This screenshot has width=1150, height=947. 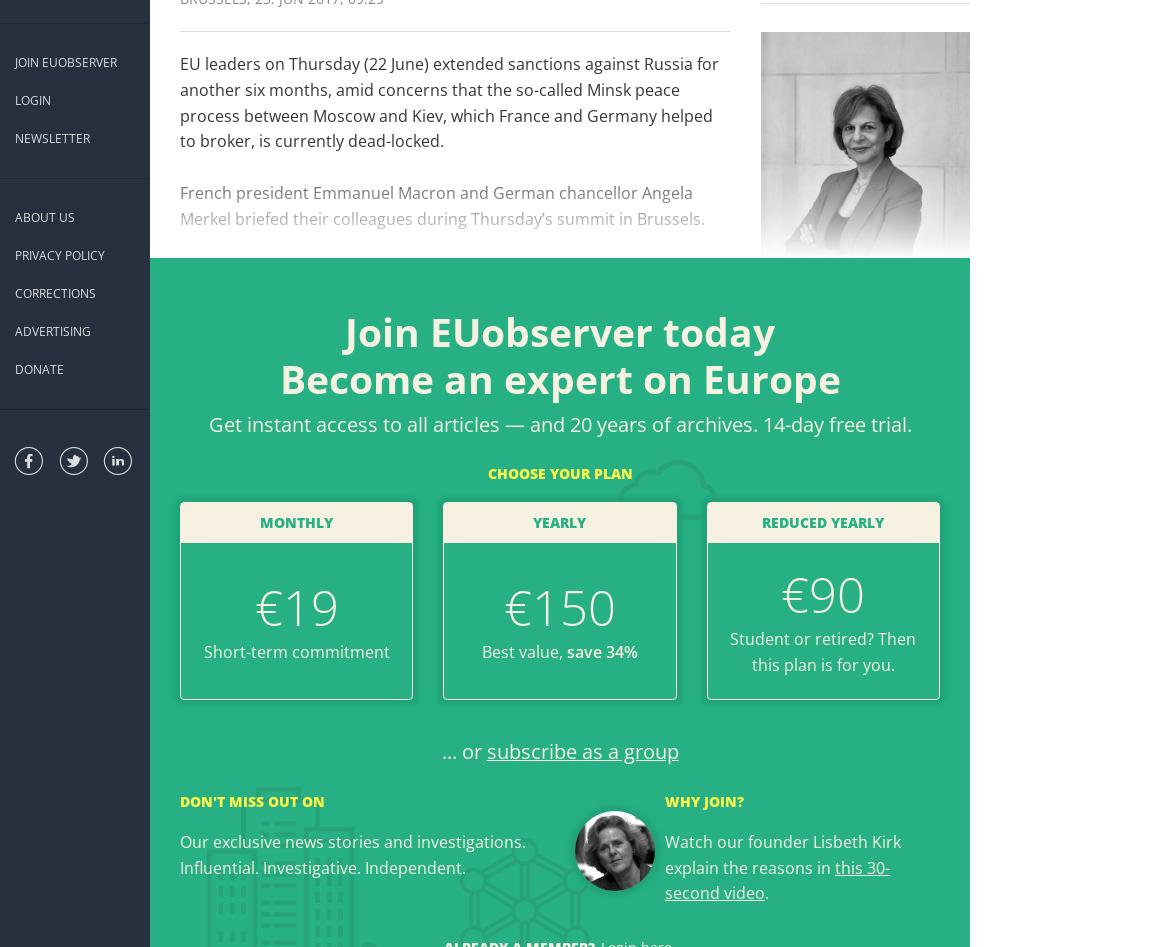 What do you see at coordinates (449, 101) in the screenshot?
I see `'EU leaders on Thursday (22 June) extended sanctions against Russia for another six months, amid concerns that the so-called Minsk peace process between Moscow and Kiev, which France and Germany helped to broker, is currently dead-locked.'` at bounding box center [449, 101].